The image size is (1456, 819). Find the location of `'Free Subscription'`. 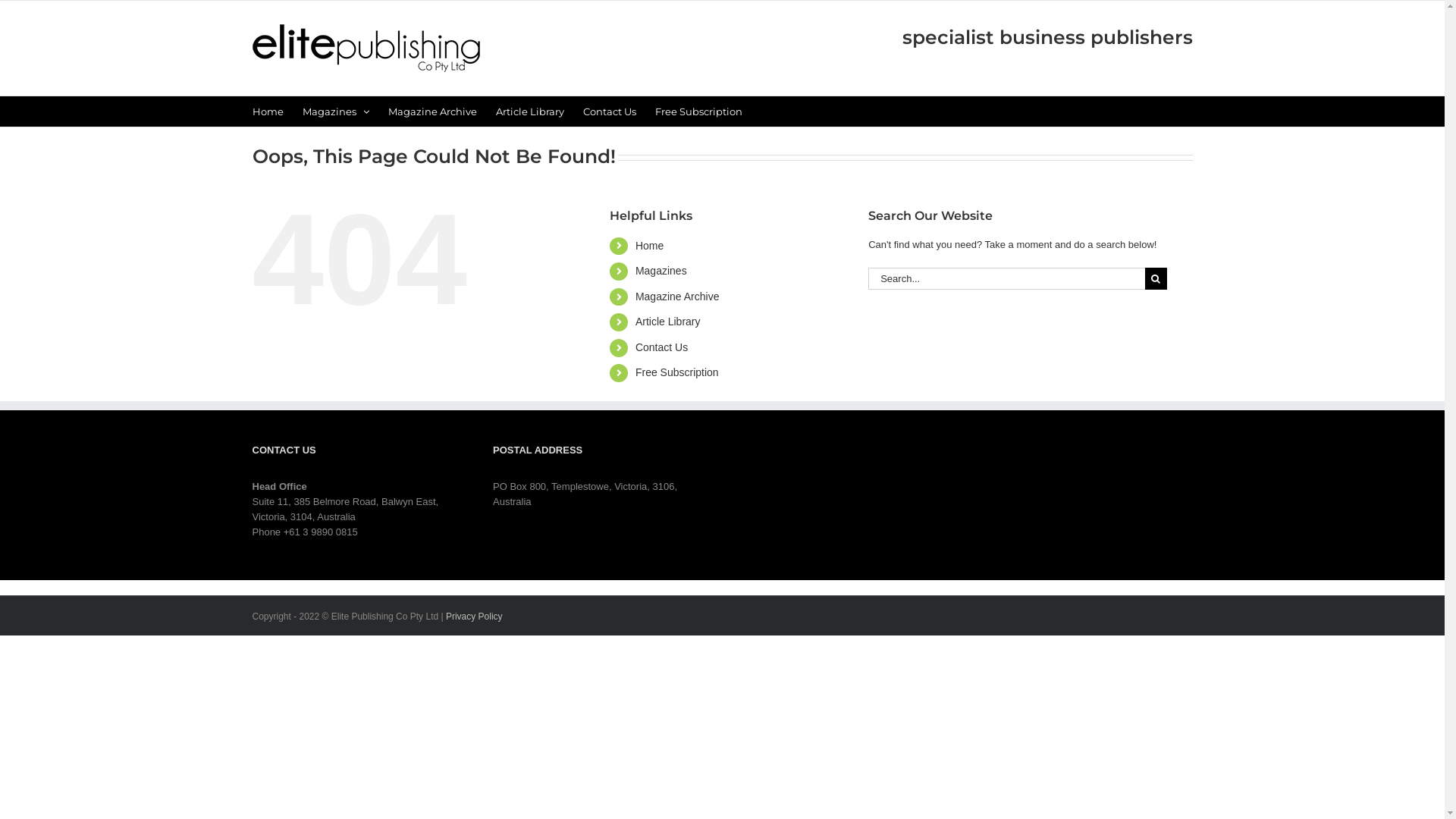

'Free Subscription' is located at coordinates (655, 110).